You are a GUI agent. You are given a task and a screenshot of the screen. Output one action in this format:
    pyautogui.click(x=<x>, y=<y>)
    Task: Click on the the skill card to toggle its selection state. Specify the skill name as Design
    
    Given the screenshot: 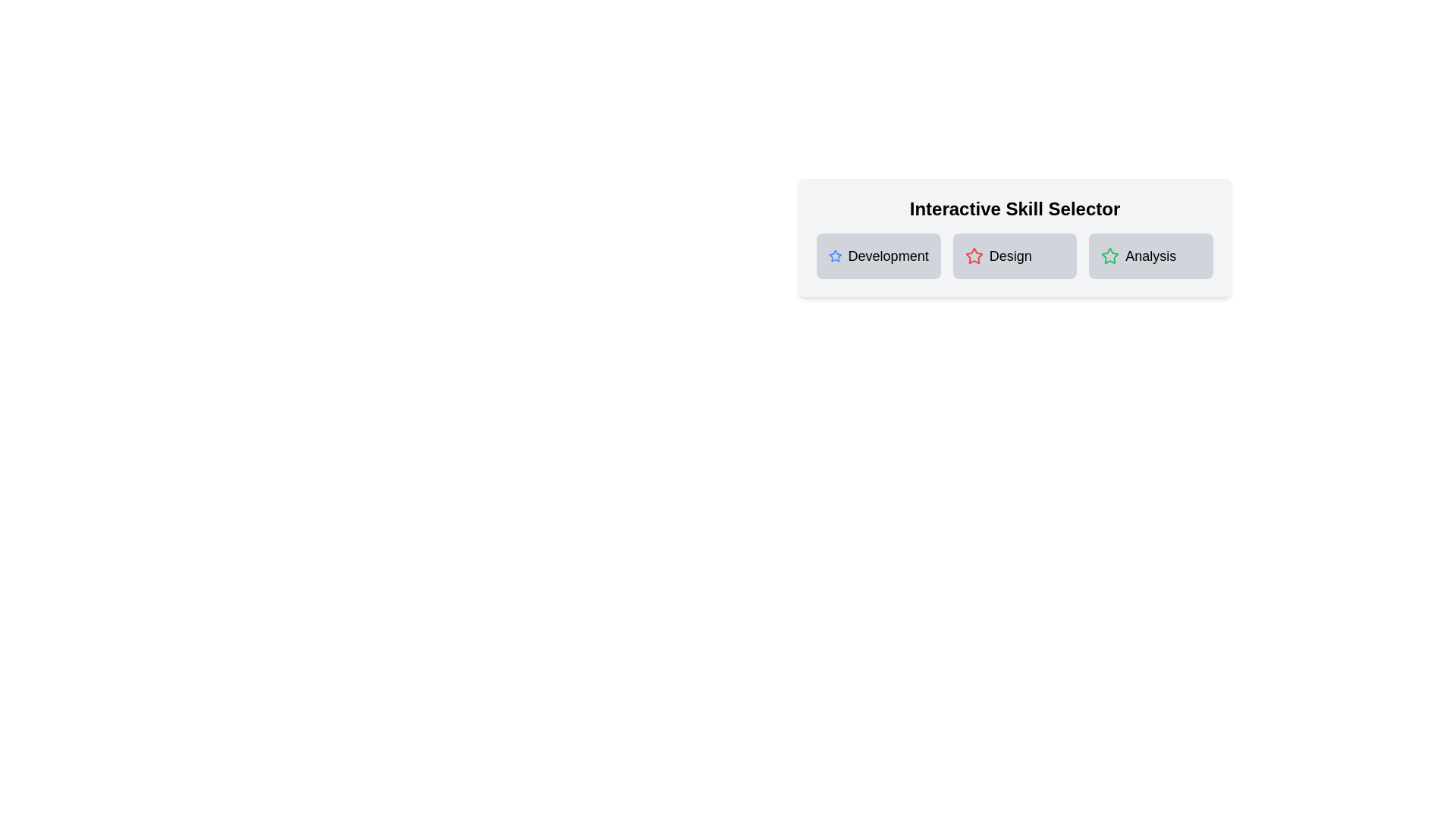 What is the action you would take?
    pyautogui.click(x=1015, y=256)
    